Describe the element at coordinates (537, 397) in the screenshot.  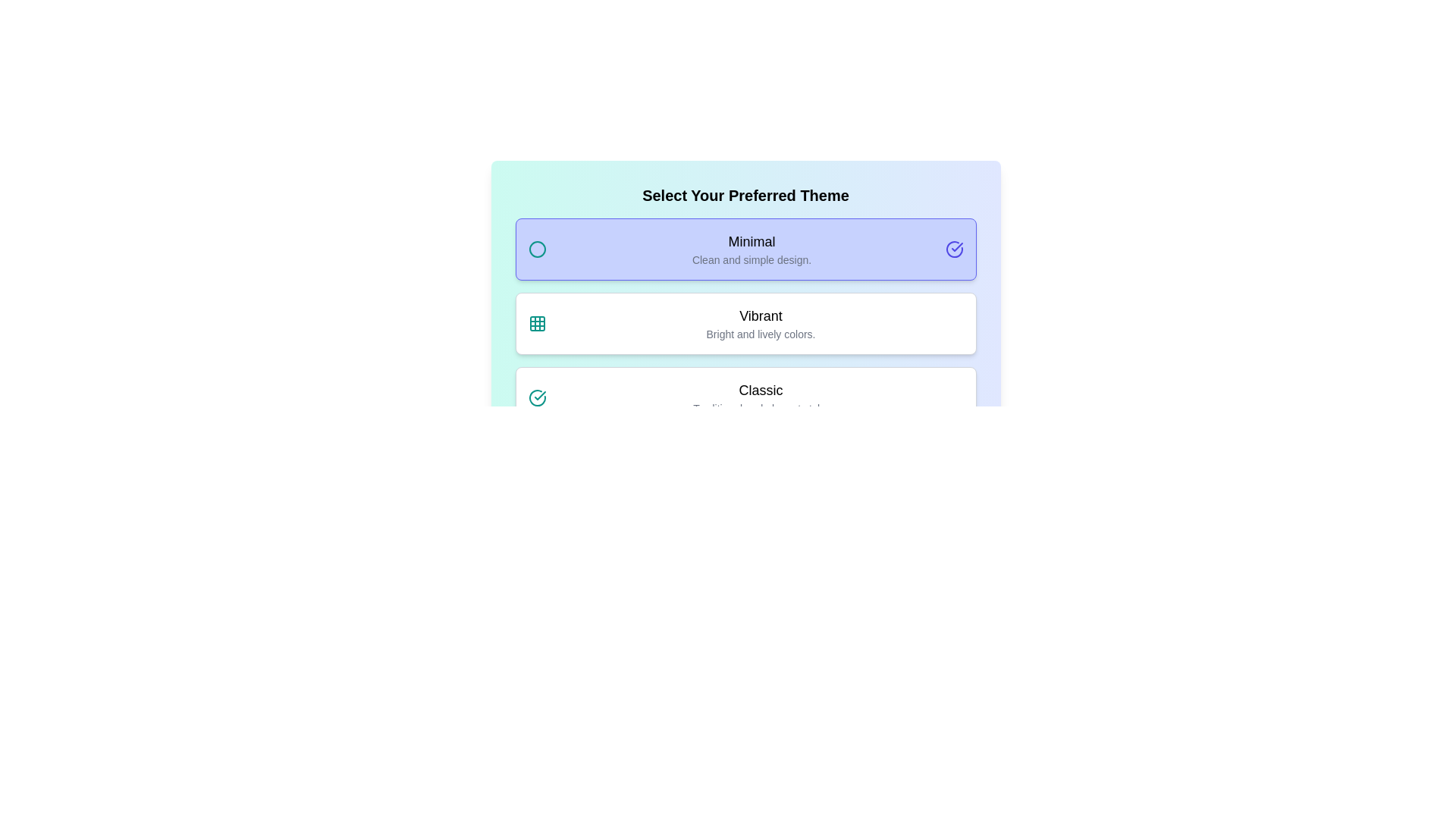
I see `the status of the selection icon representing the 'Classic' theme, which is the third card in the vertical list of theme options` at that location.